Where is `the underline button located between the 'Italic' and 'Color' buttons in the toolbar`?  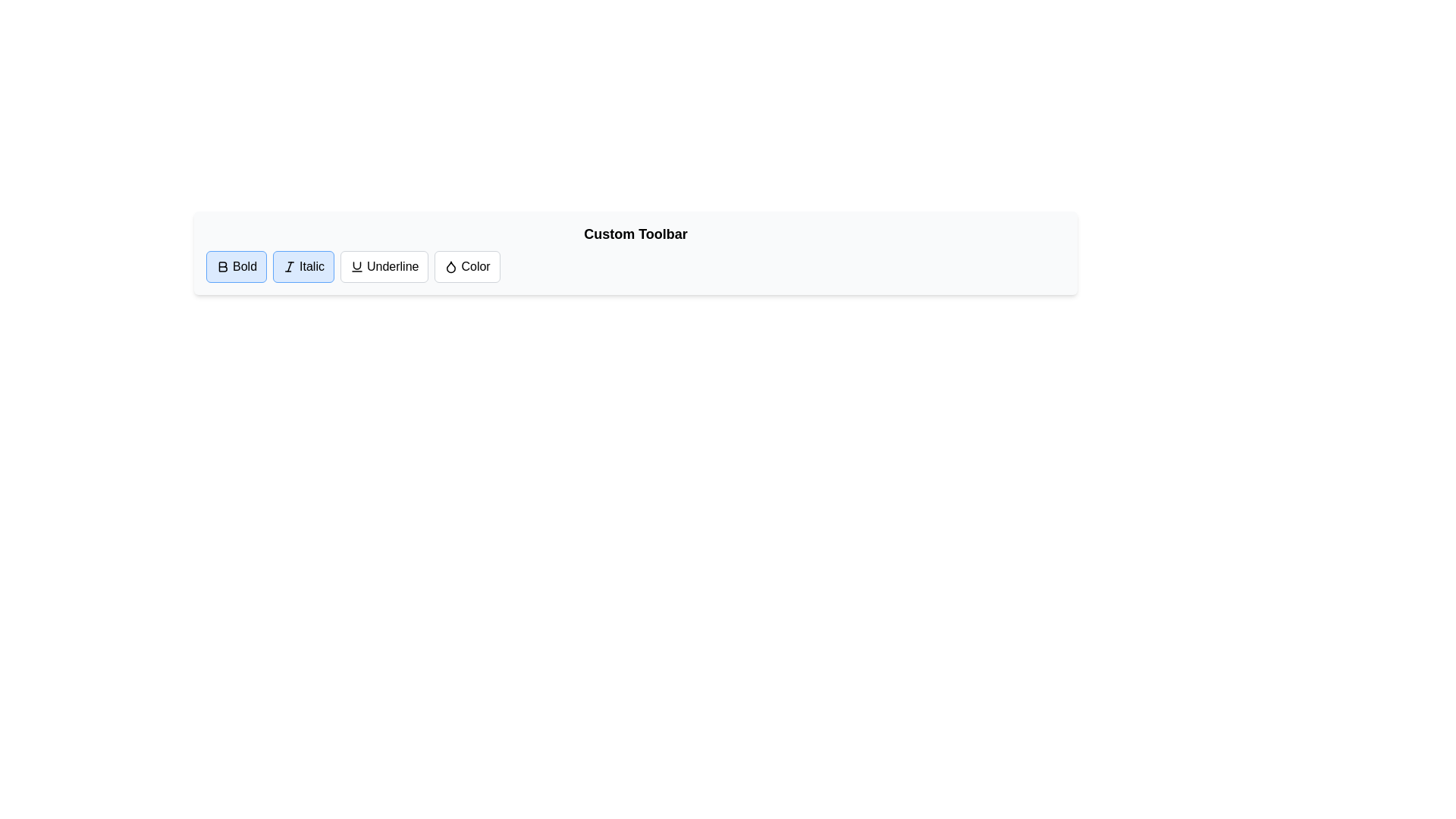
the underline button located between the 'Italic' and 'Color' buttons in the toolbar is located at coordinates (384, 265).